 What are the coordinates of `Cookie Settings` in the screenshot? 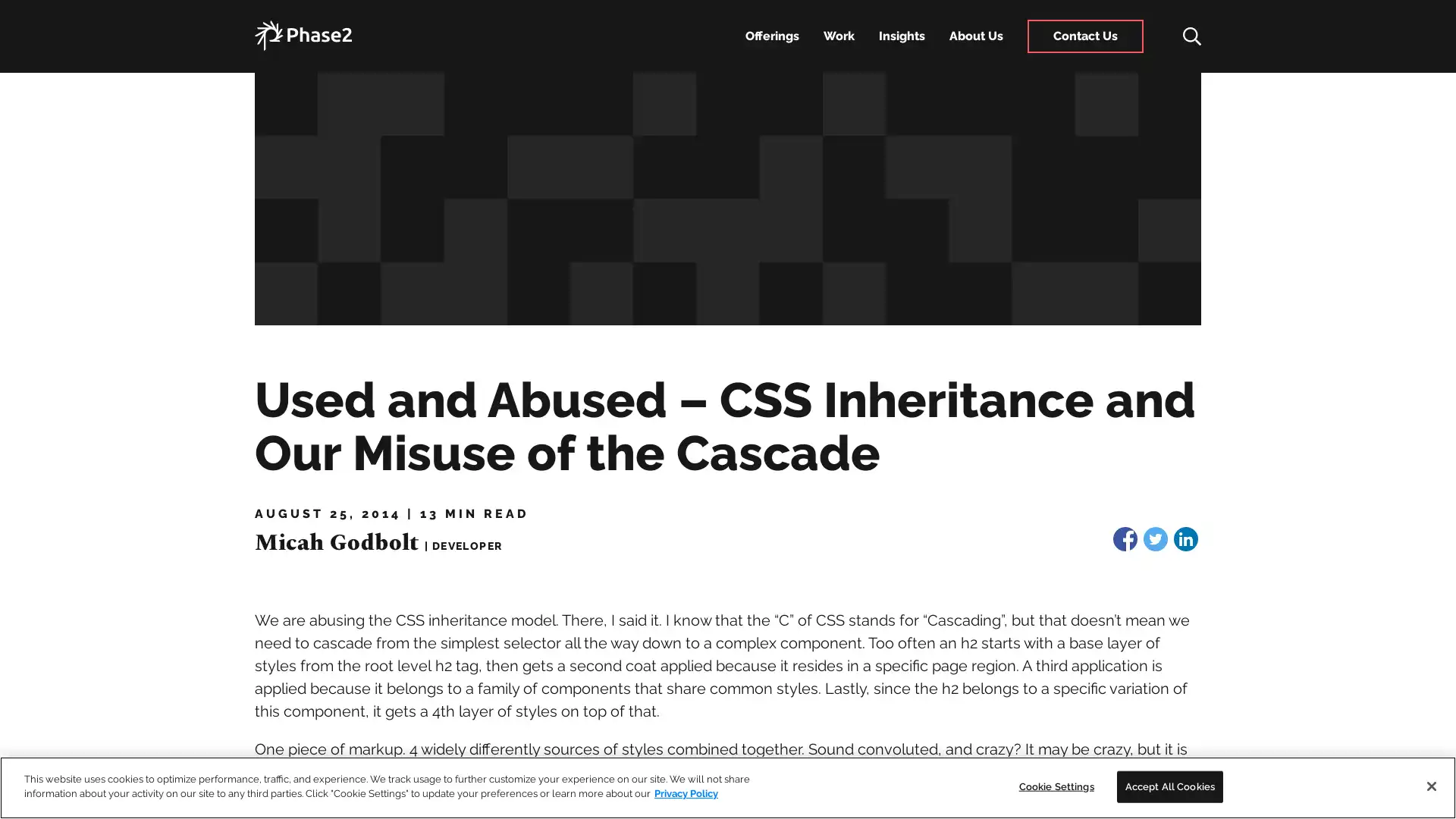 It's located at (1055, 786).